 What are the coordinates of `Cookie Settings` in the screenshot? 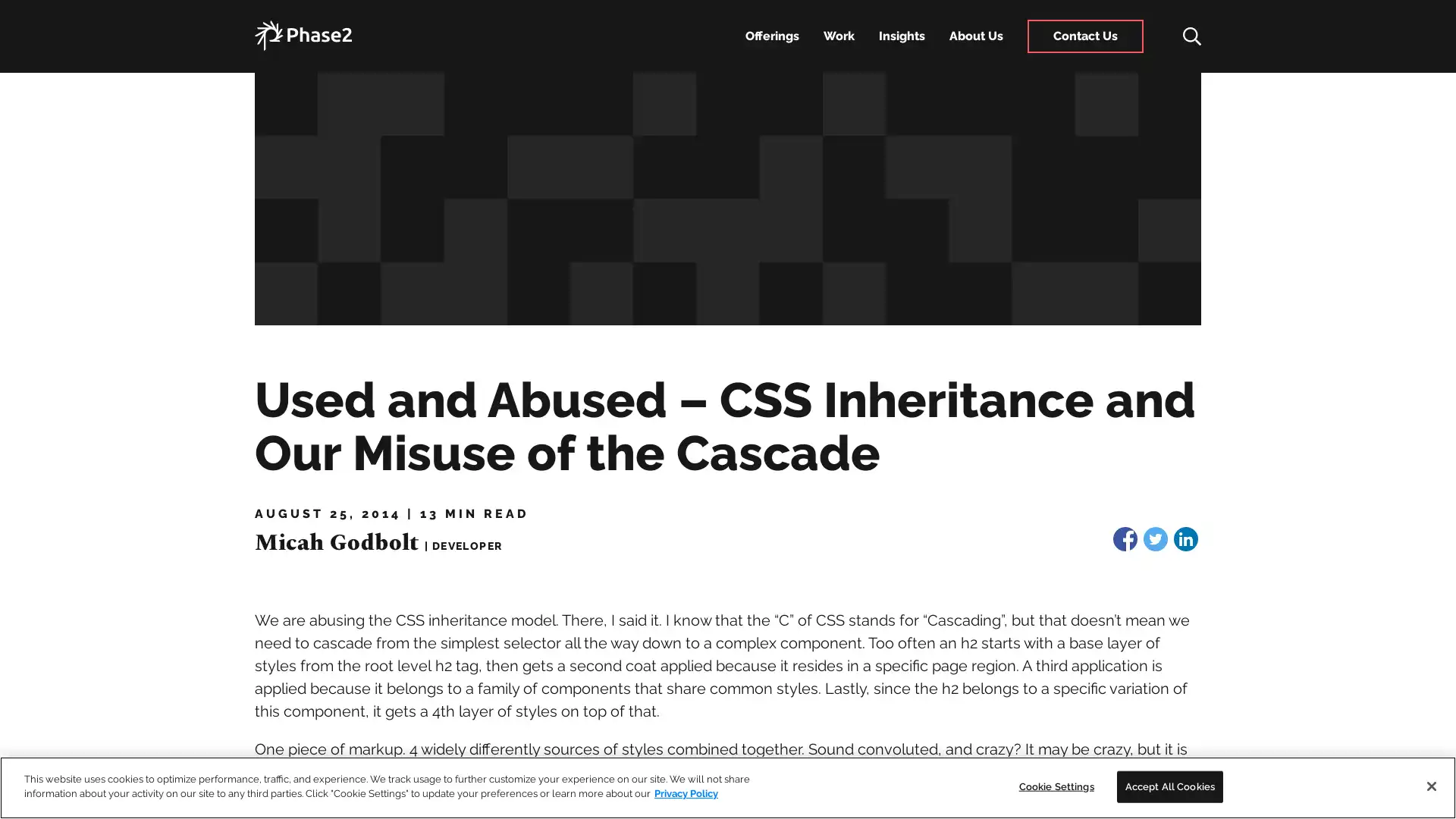 It's located at (1055, 786).